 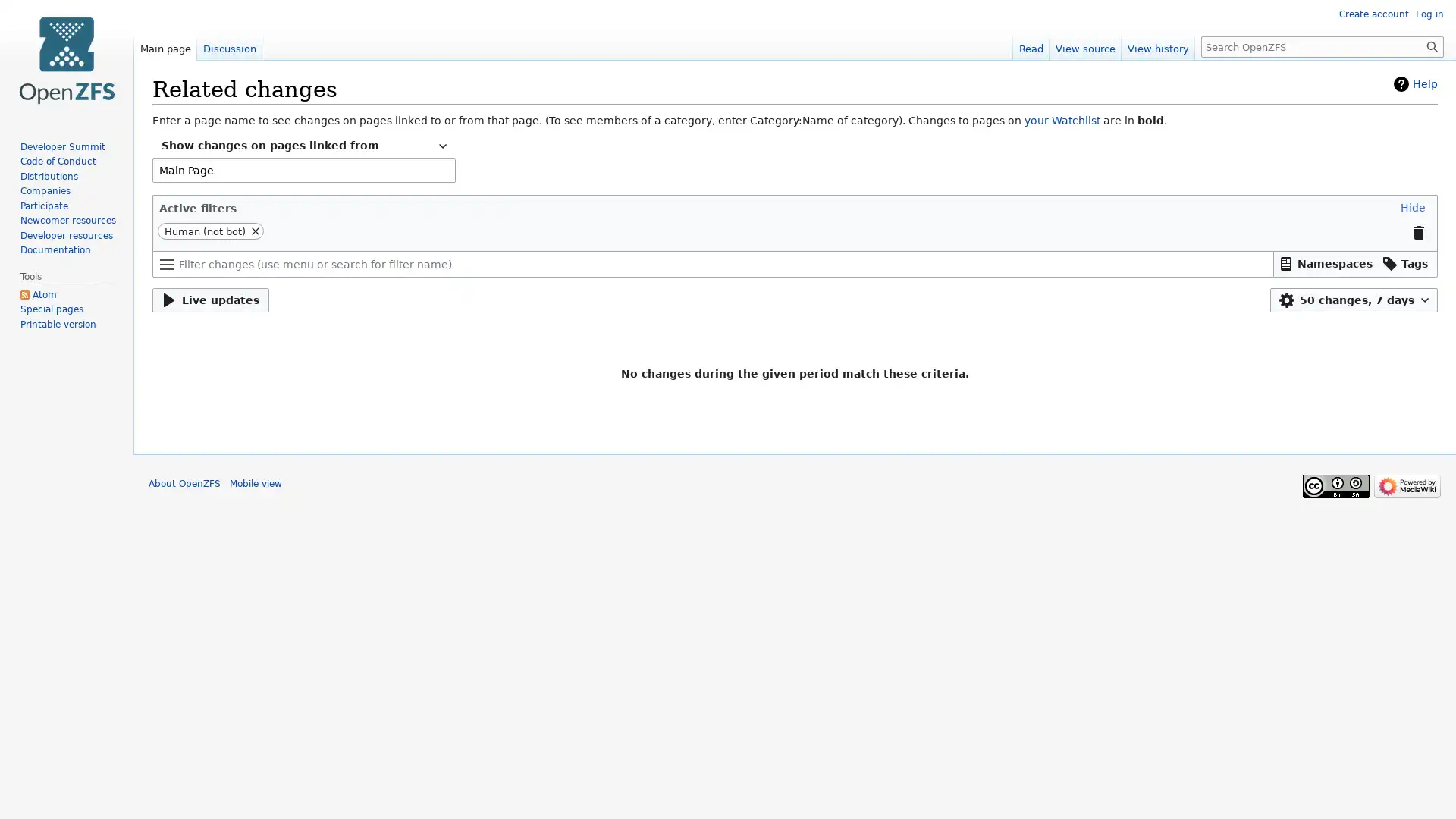 I want to click on 50 changes, 7 days, so click(x=1354, y=300).